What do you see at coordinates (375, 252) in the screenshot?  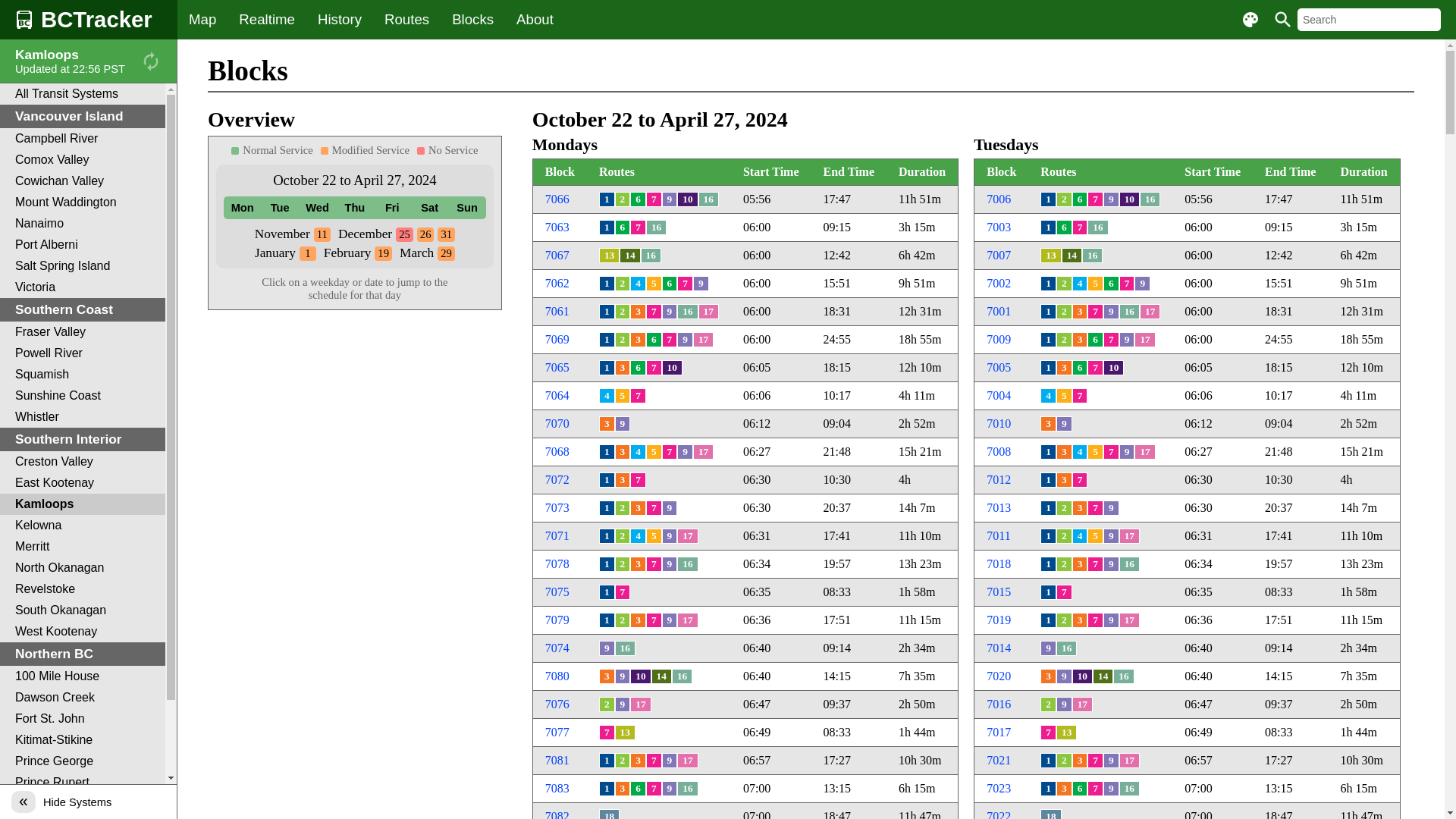 I see `'19'` at bounding box center [375, 252].